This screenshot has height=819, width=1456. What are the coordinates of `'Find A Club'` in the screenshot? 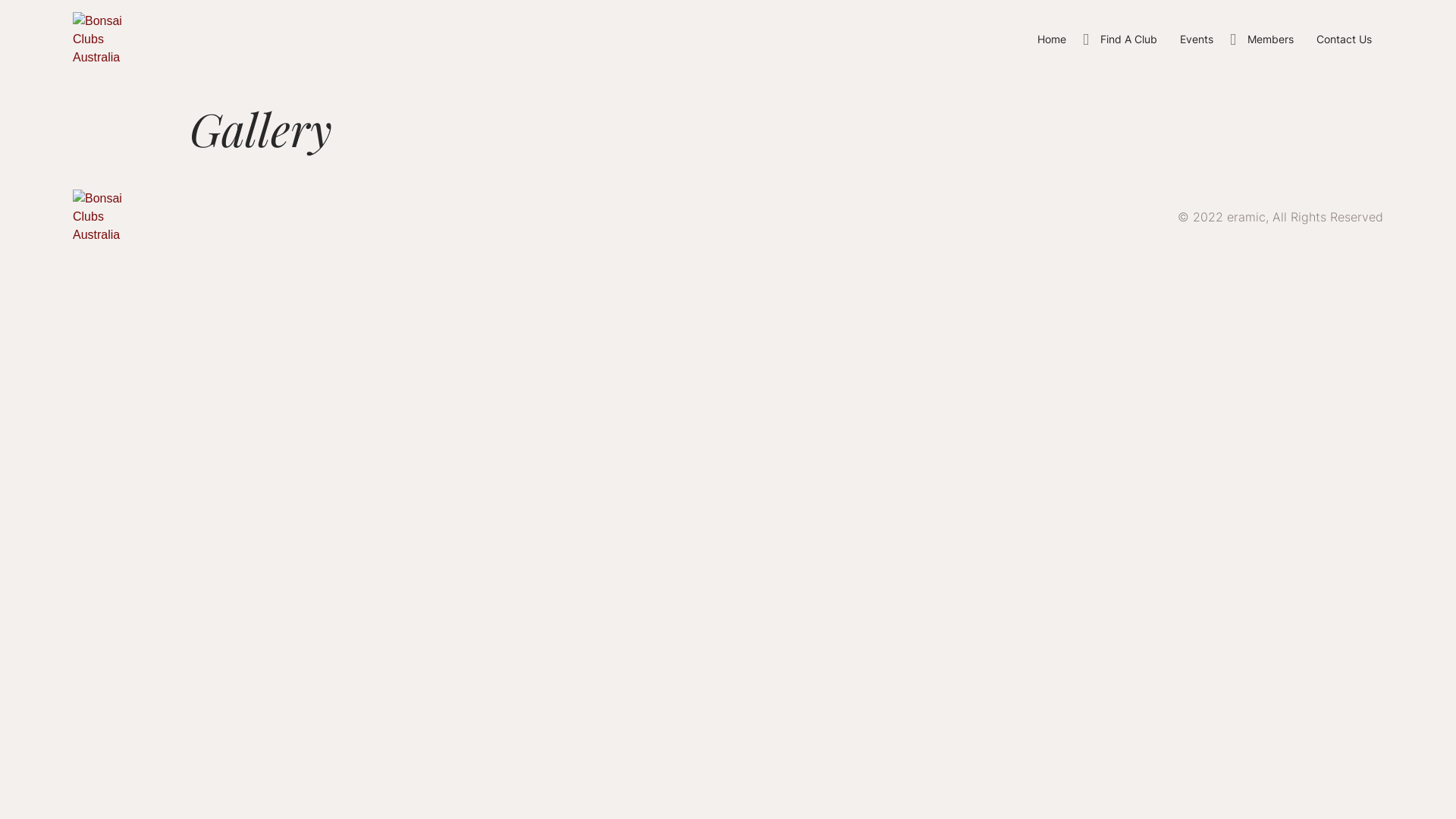 It's located at (1087, 38).